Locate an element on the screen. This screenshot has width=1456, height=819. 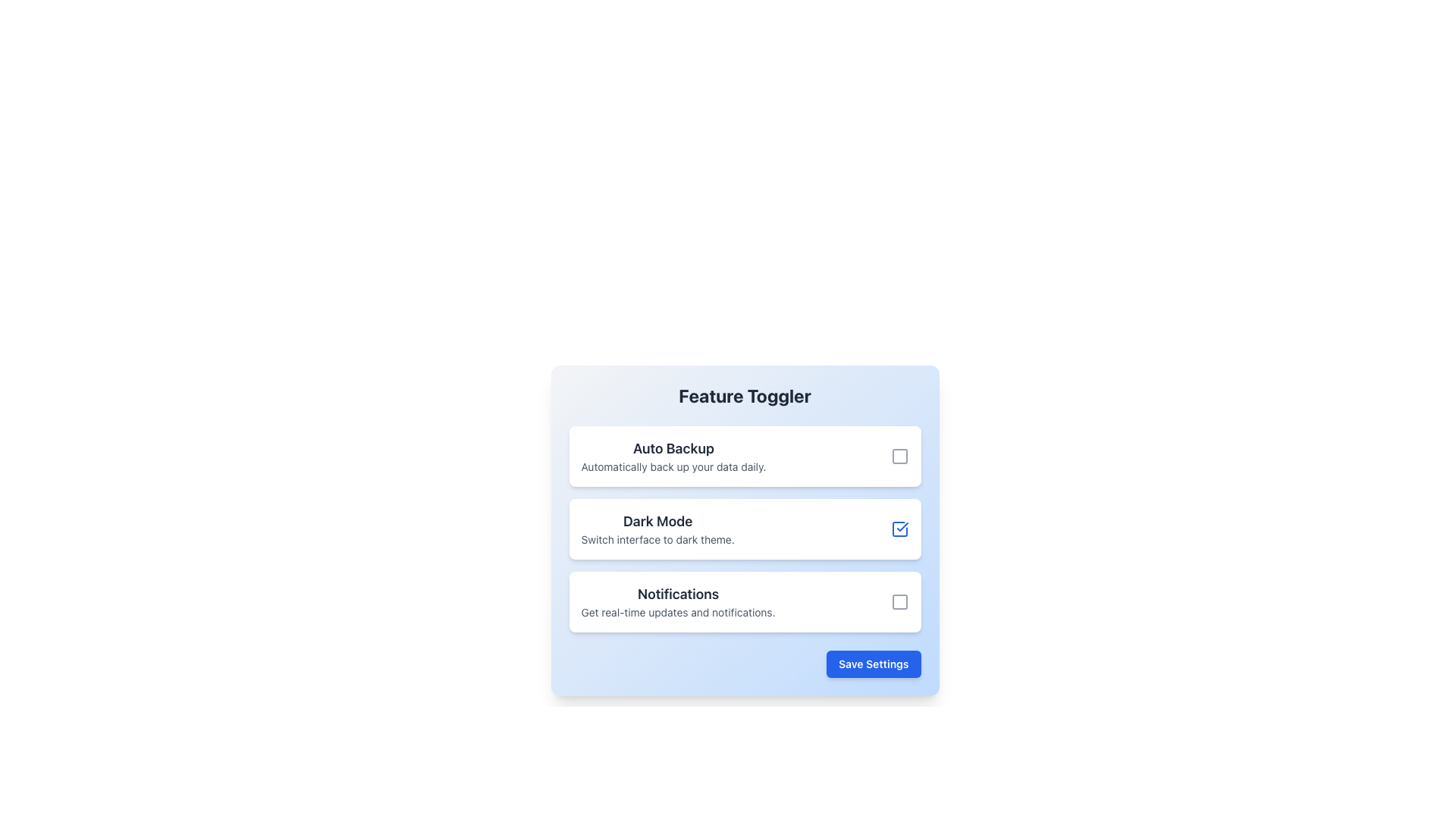
the checkmark icon located in the 'Dark Mode' section of the feature toggler interface, which is adjacent to the right side of the option's textual description, representing a selection or confirmation function is located at coordinates (902, 526).